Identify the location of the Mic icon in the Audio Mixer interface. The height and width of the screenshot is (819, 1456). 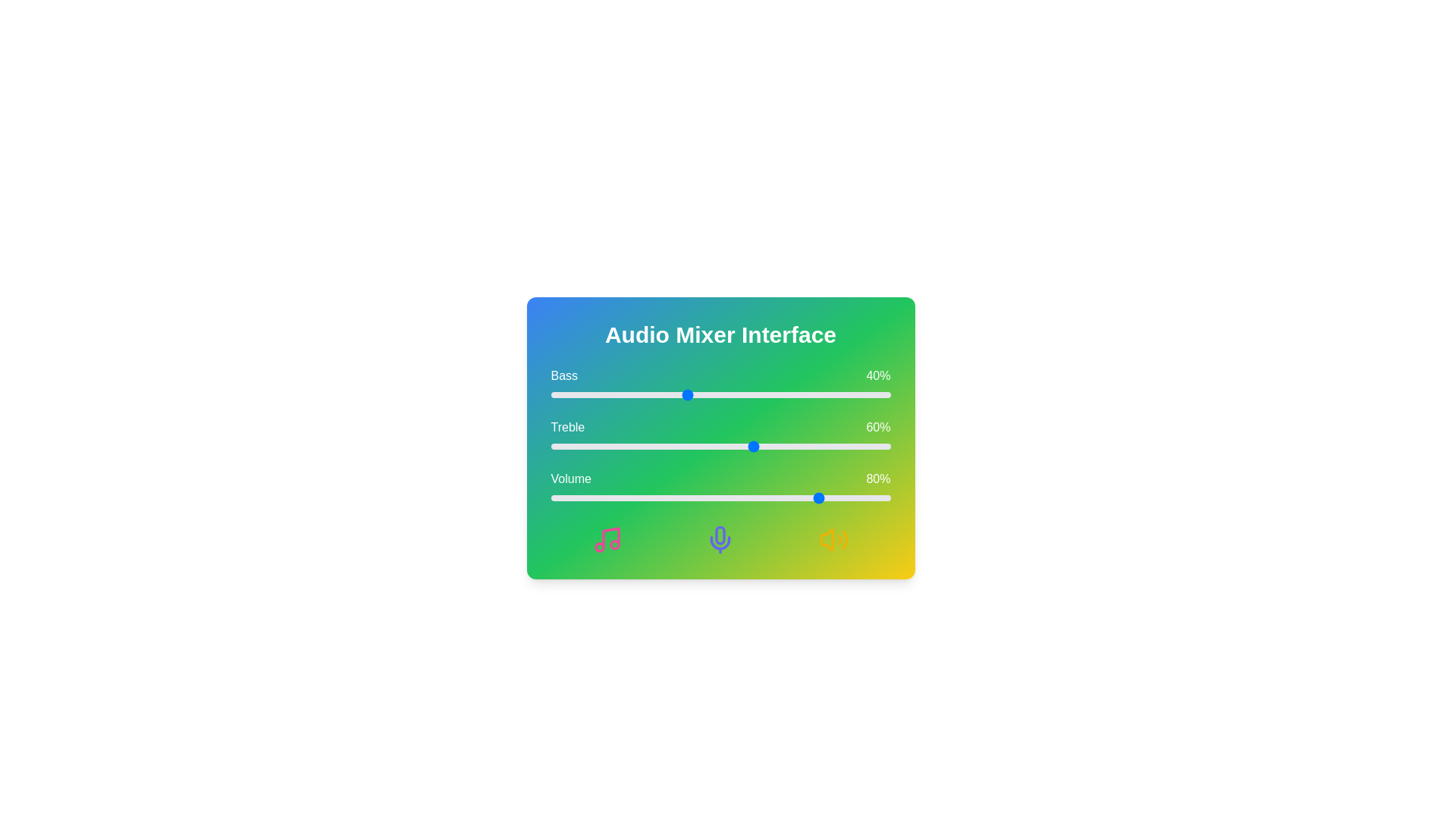
(720, 539).